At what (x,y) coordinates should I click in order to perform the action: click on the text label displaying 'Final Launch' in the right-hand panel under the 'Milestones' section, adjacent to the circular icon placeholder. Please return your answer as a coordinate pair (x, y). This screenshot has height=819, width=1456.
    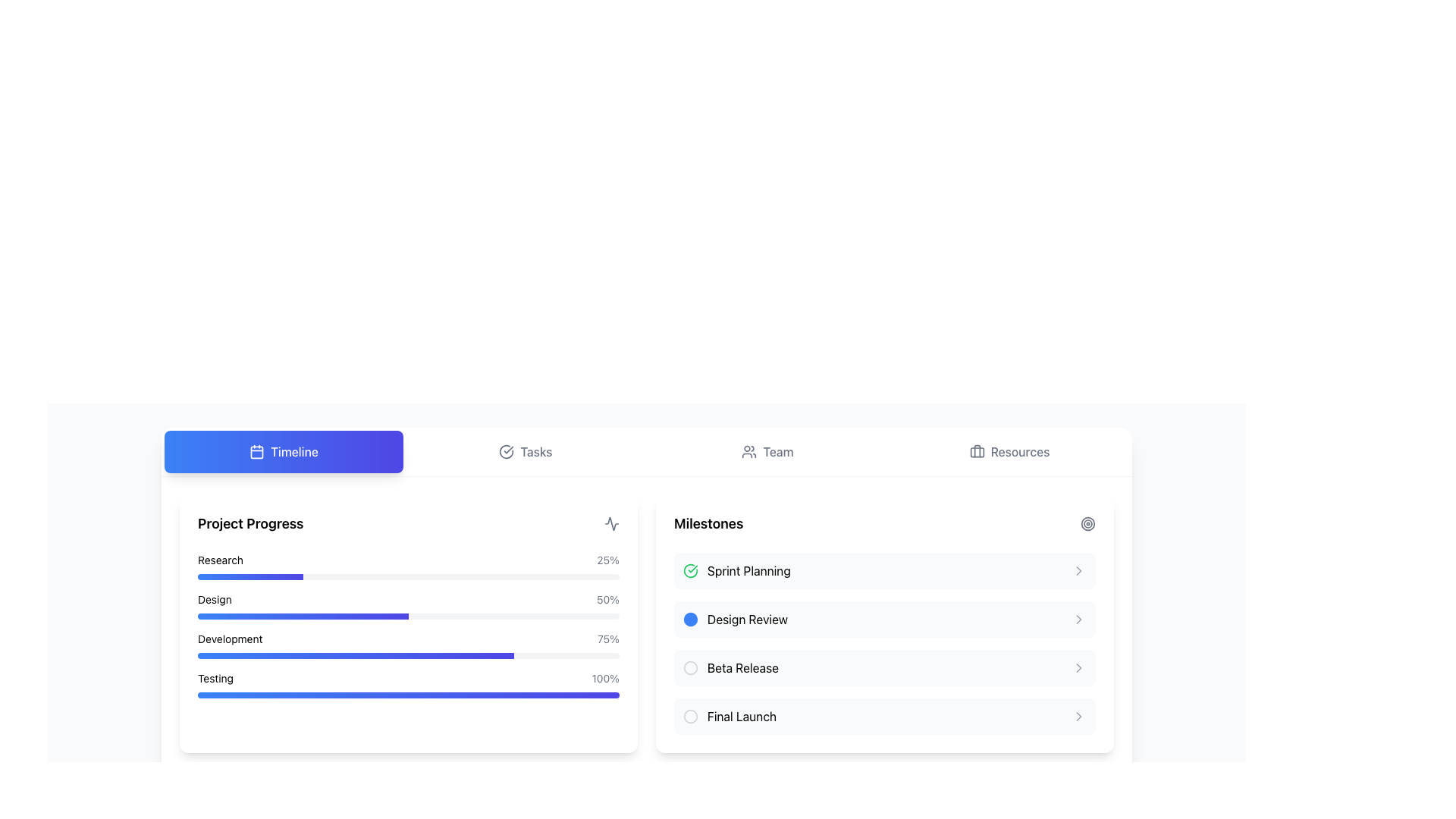
    Looking at the image, I should click on (742, 717).